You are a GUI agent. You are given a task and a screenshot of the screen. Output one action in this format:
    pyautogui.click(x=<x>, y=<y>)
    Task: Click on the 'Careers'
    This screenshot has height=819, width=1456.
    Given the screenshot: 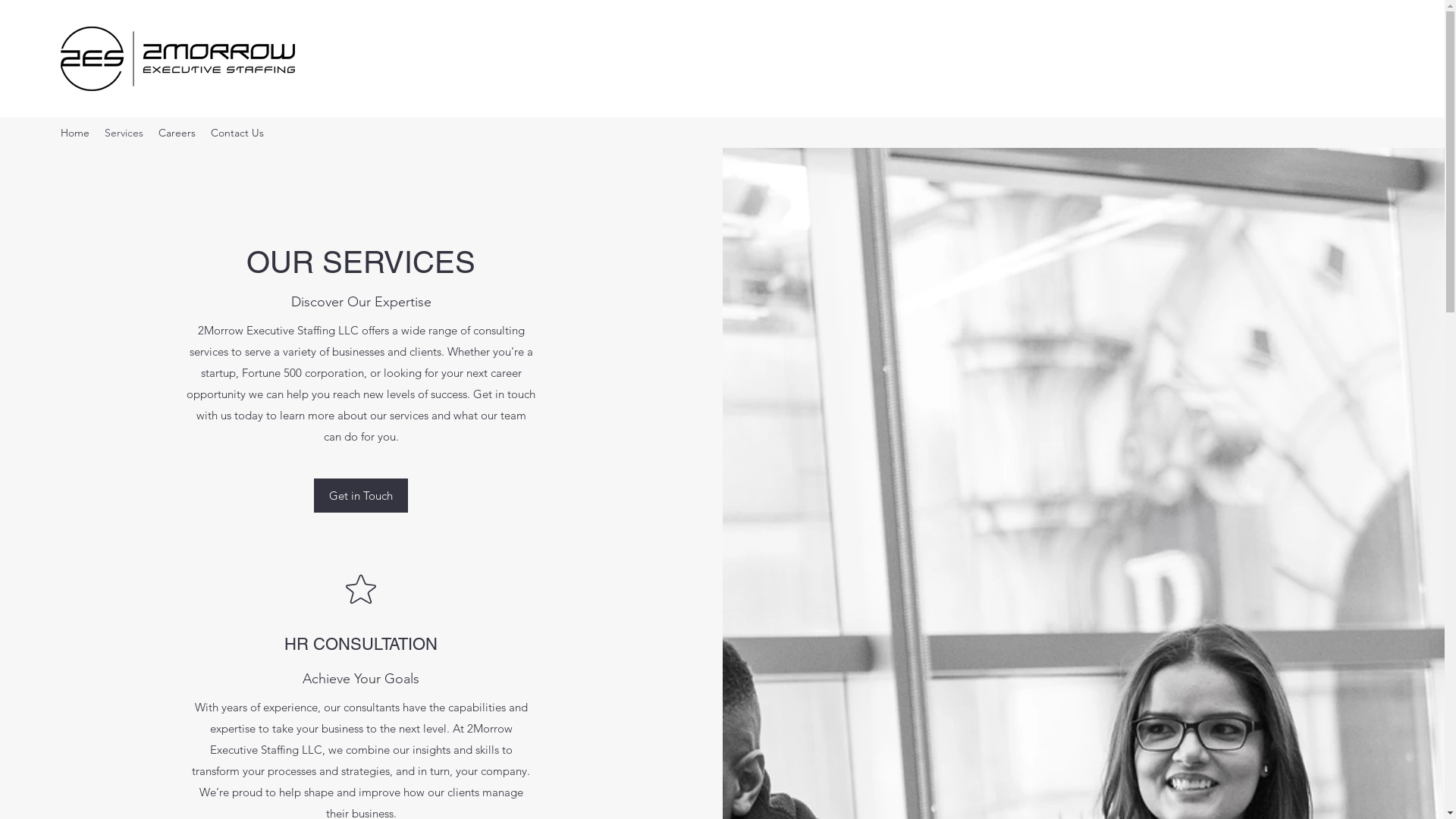 What is the action you would take?
    pyautogui.click(x=177, y=131)
    